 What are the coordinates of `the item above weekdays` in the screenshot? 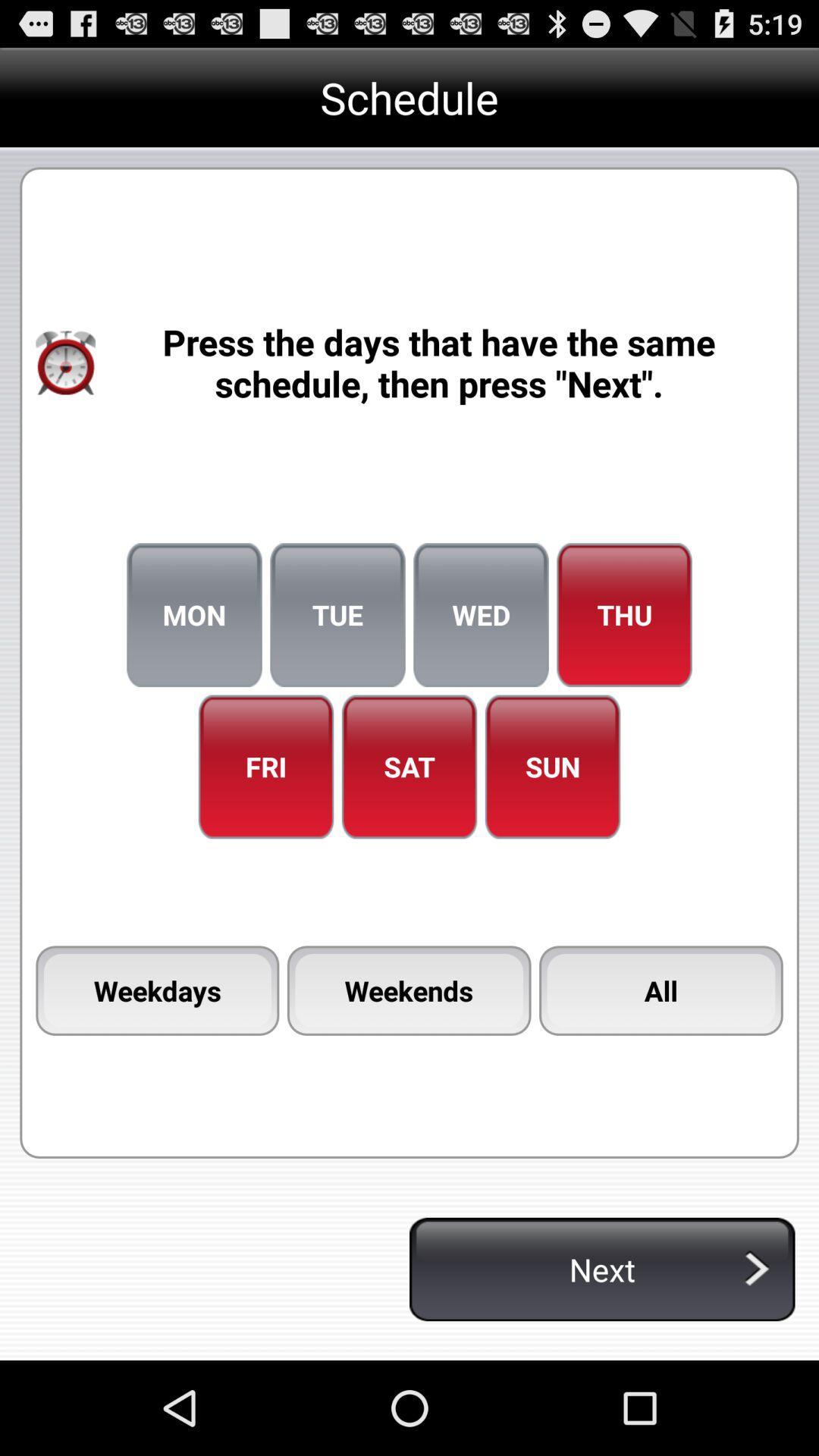 It's located at (265, 767).